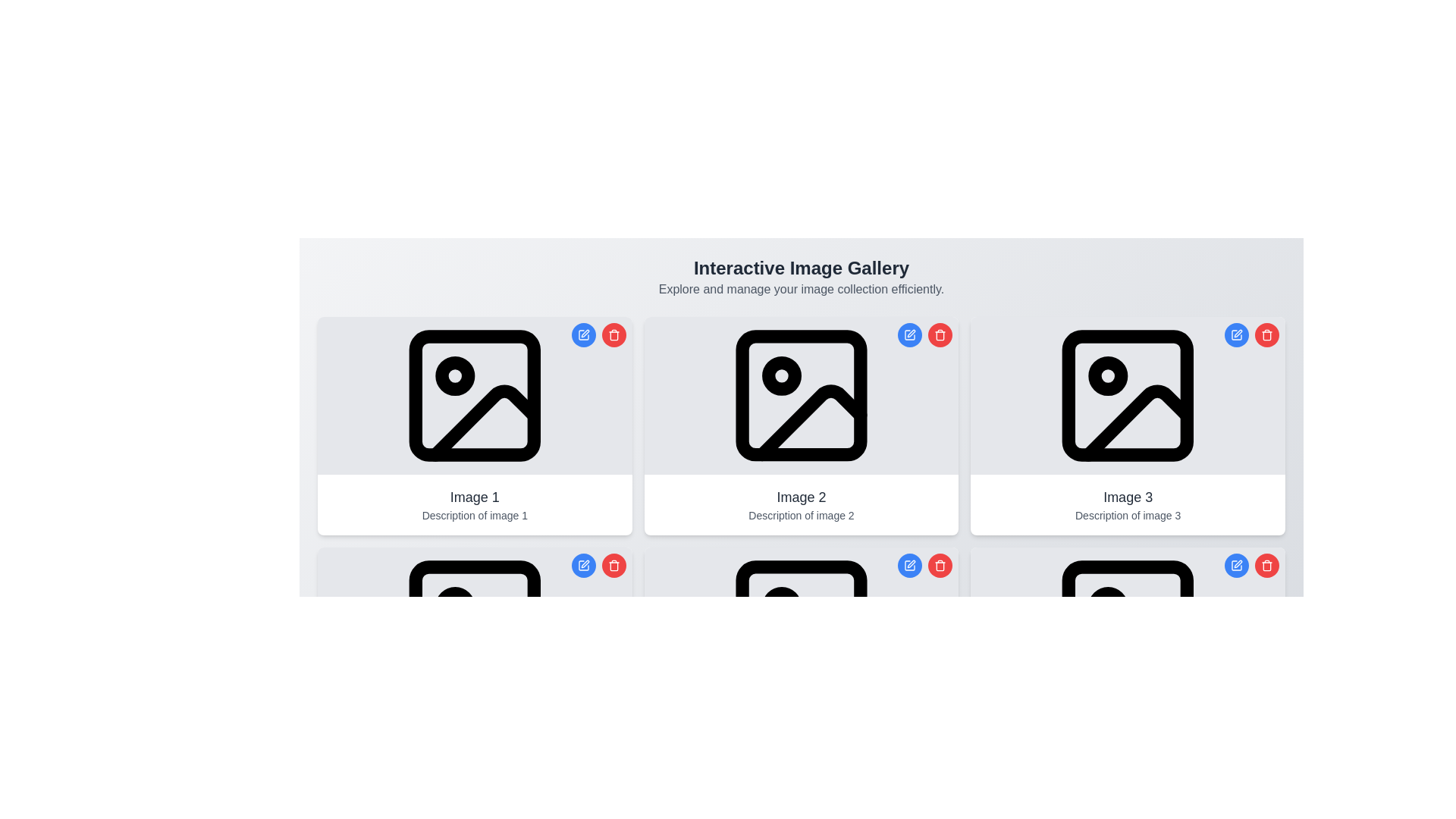 The width and height of the screenshot is (1456, 819). What do you see at coordinates (800, 278) in the screenshot?
I see `text from the header text block located at the top of the image gallery interface, which provides the title and explanatory subtitle` at bounding box center [800, 278].